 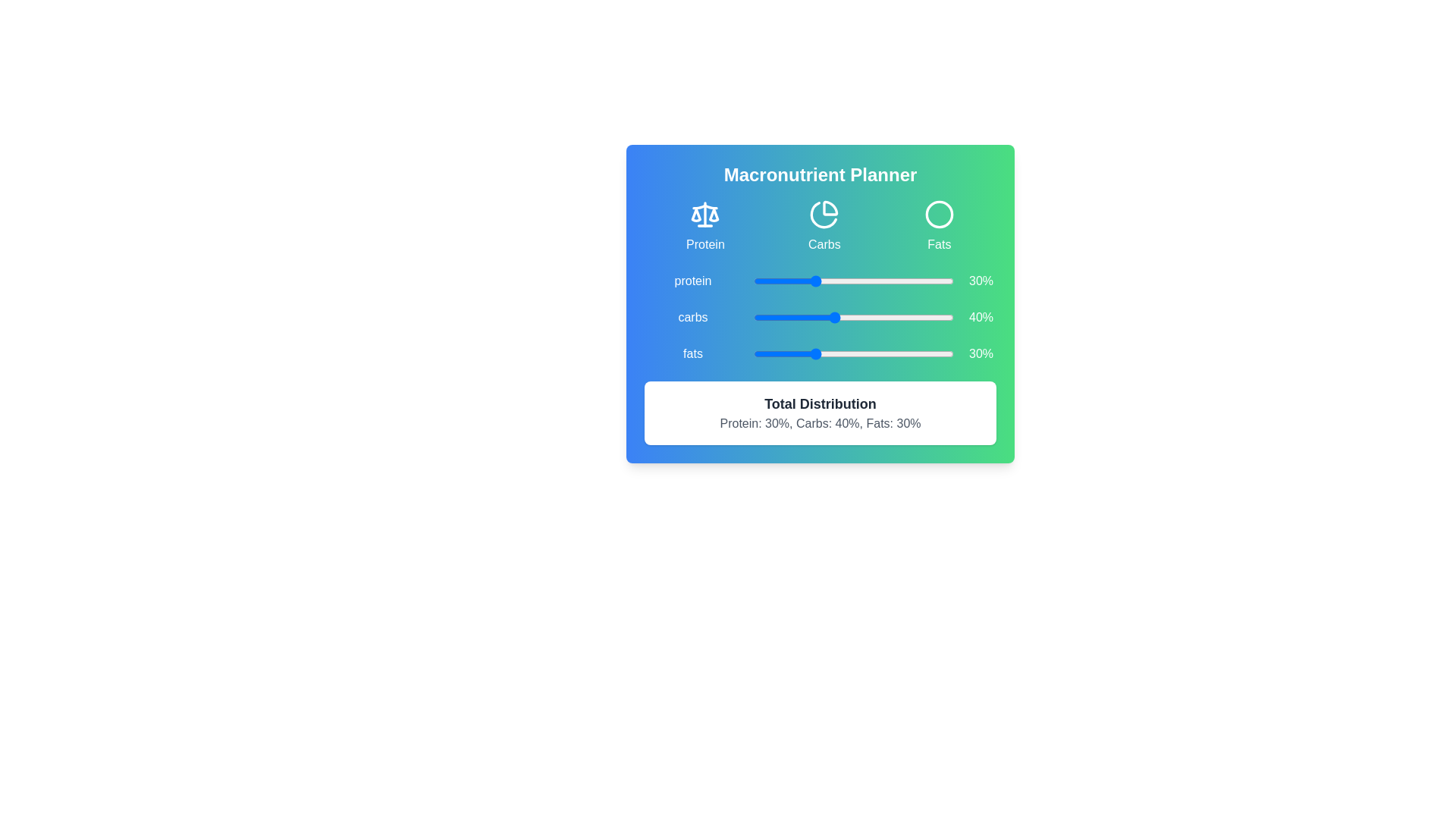 I want to click on the text display reading '40%' that is located to the right of the horizontal slider in the 'carbs' row, so click(x=981, y=317).